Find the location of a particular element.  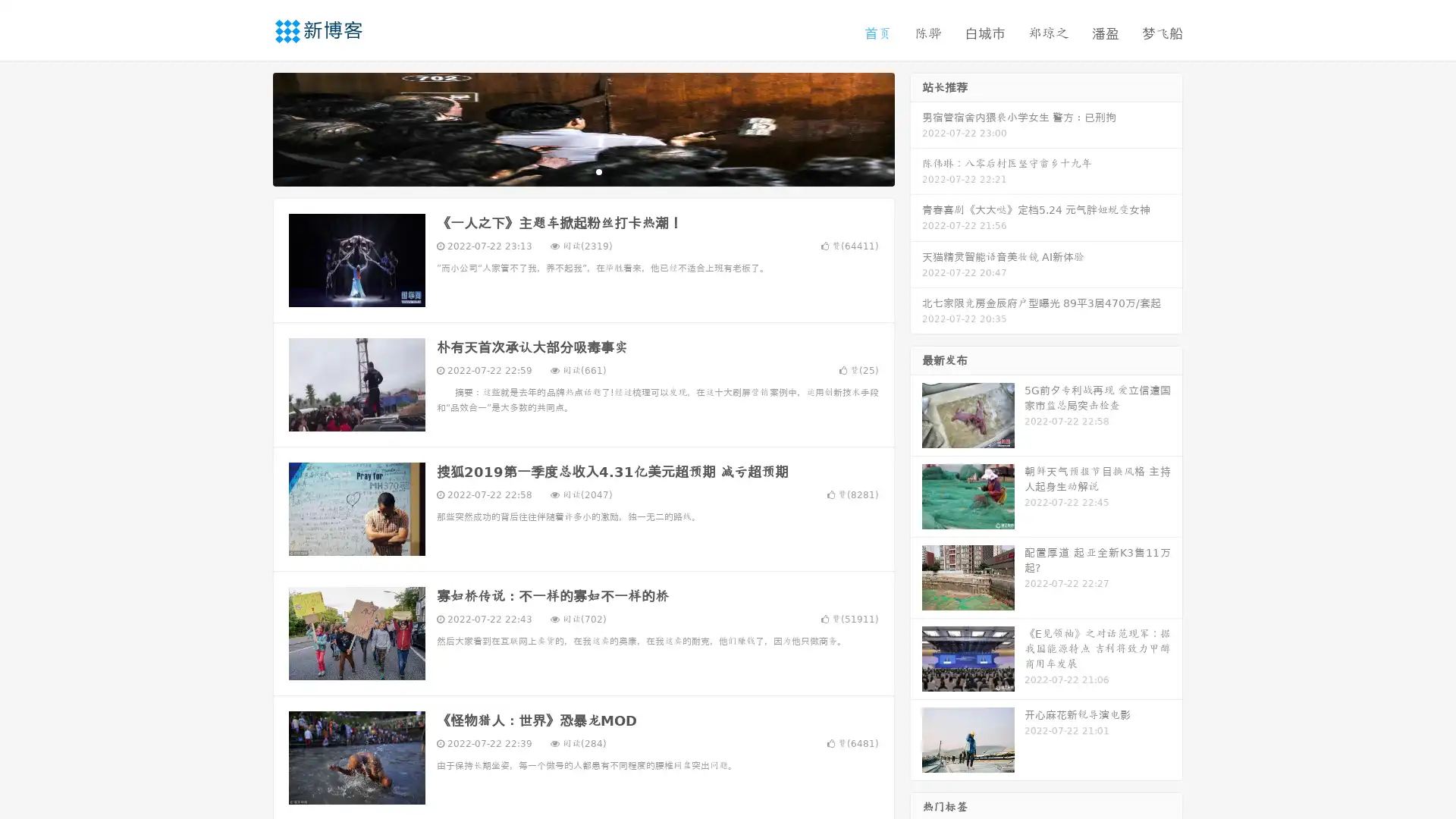

Next slide is located at coordinates (916, 127).